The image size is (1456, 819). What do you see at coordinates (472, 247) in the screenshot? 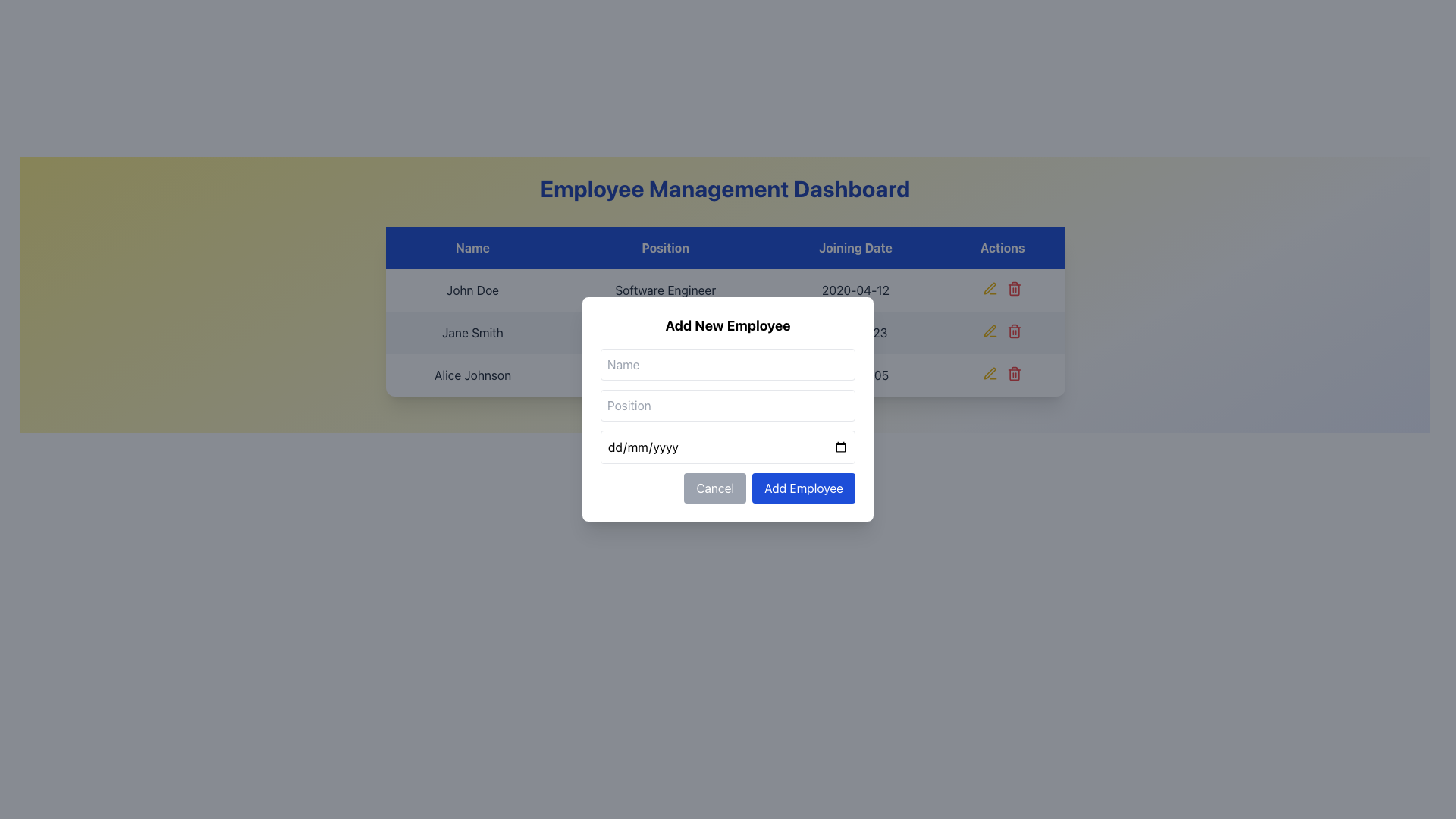
I see `text from the 'Name' label, which is the first column header in a table with a bold blue background` at bounding box center [472, 247].